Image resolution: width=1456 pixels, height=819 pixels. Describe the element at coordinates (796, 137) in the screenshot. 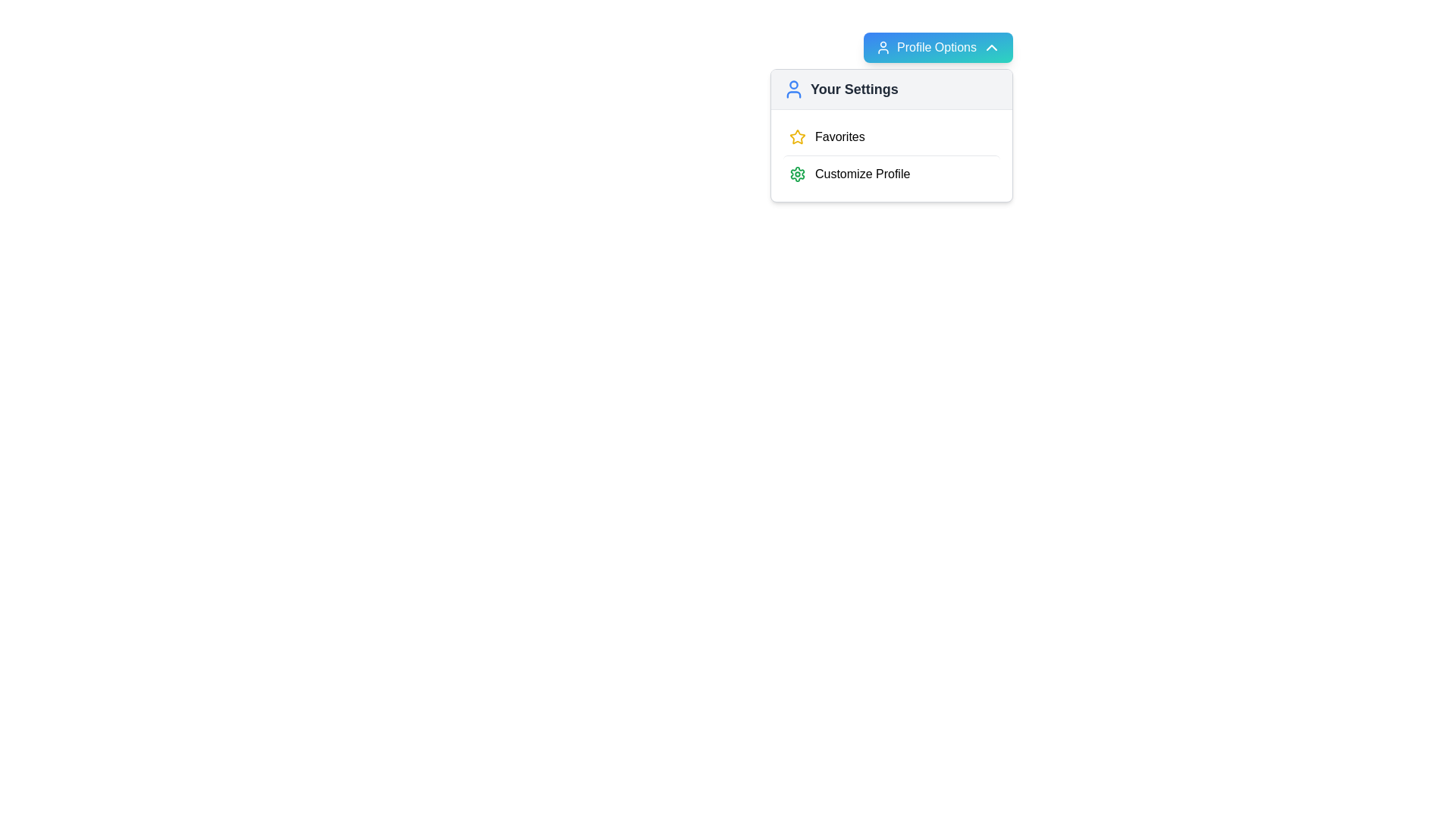

I see `the 'Favorites' icon located to the left of the 'Favorites' text in the menu` at that location.